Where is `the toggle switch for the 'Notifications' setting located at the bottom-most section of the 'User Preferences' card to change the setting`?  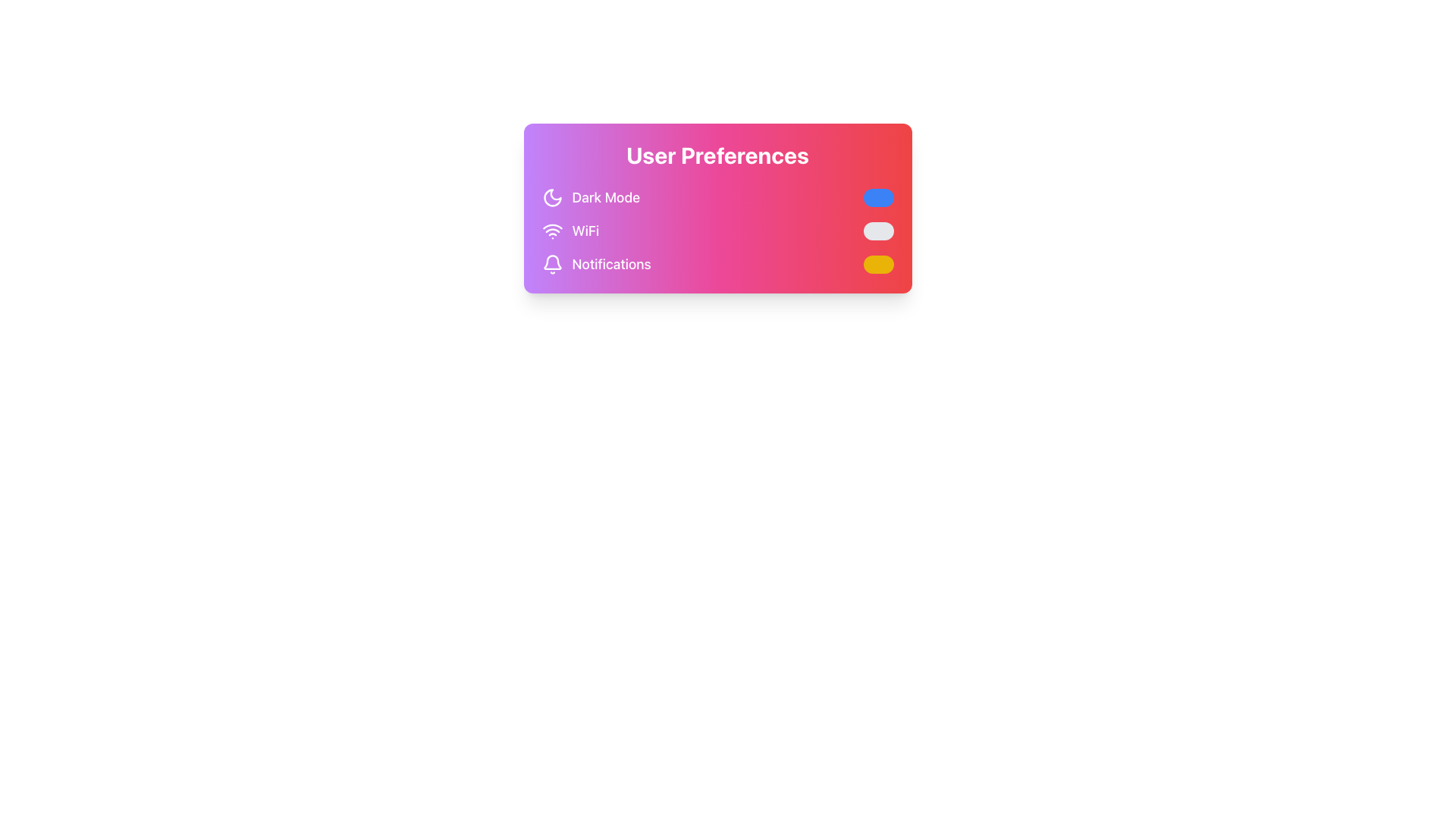 the toggle switch for the 'Notifications' setting located at the bottom-most section of the 'User Preferences' card to change the setting is located at coordinates (717, 263).